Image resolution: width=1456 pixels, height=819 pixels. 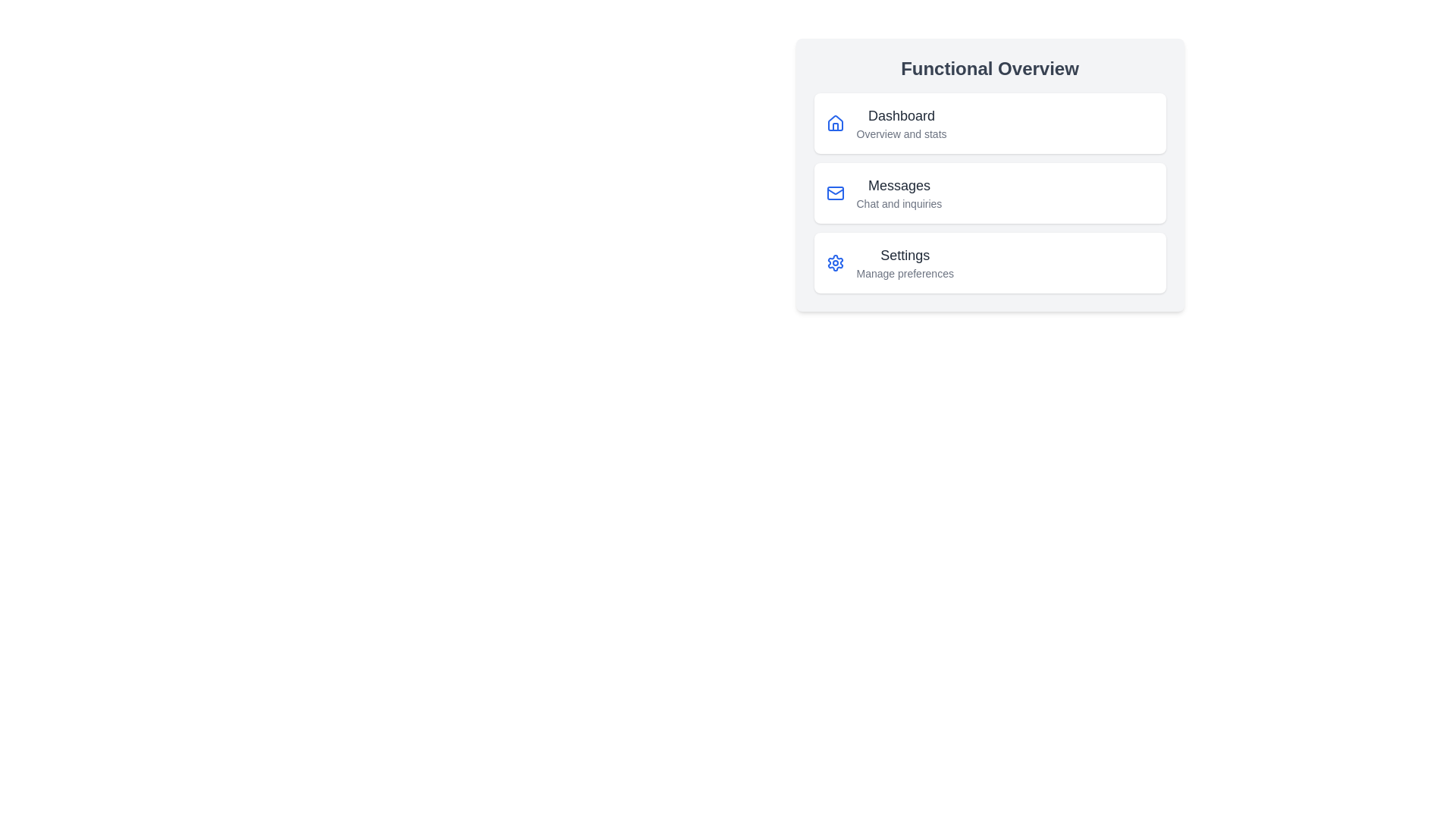 I want to click on the 'Settings' text block with the subtitle 'Manage preferences' and gear icon in the third card of the 'Functional Overview' section, so click(x=905, y=262).